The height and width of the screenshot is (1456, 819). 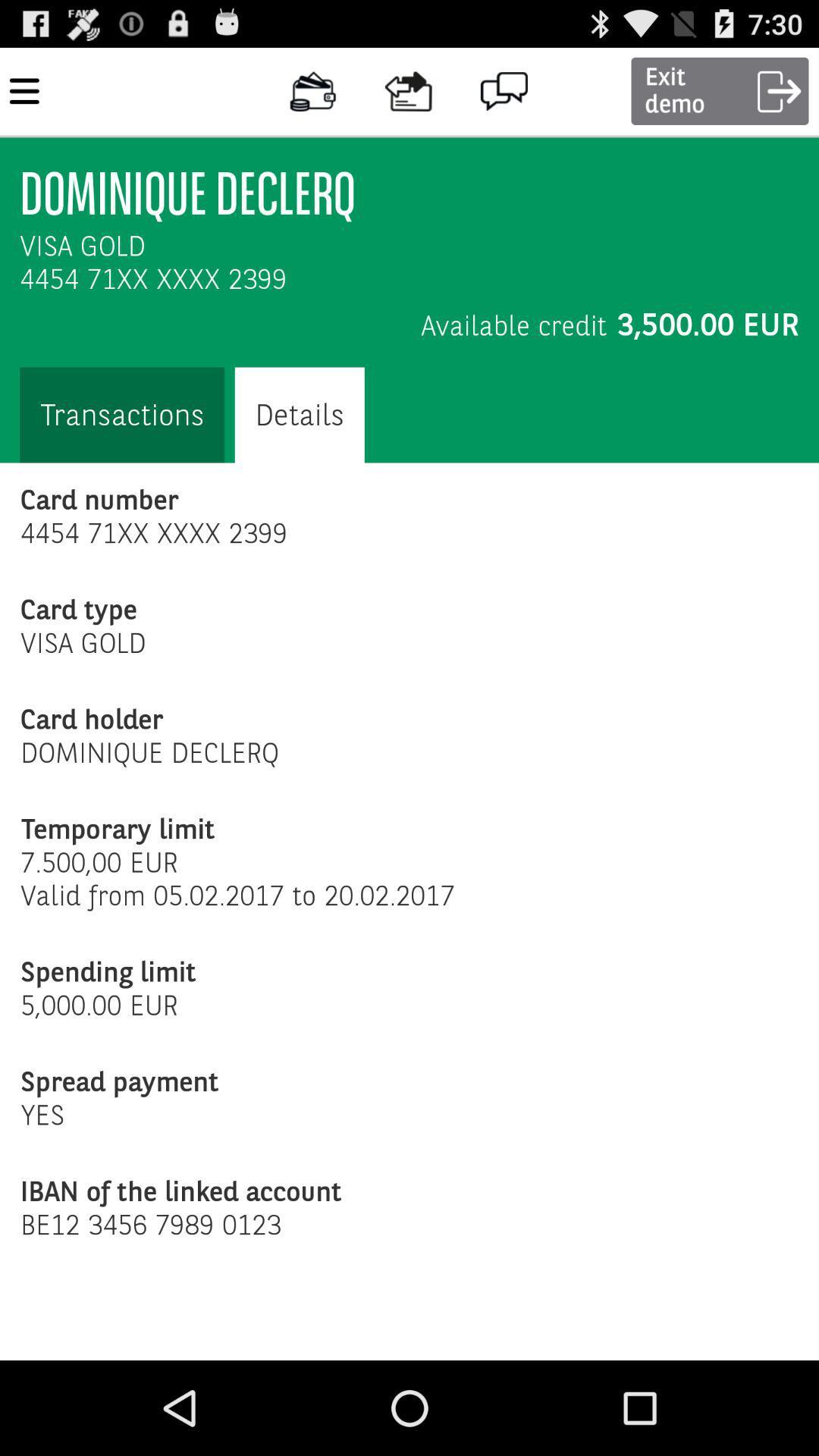 What do you see at coordinates (121, 415) in the screenshot?
I see `transactions` at bounding box center [121, 415].